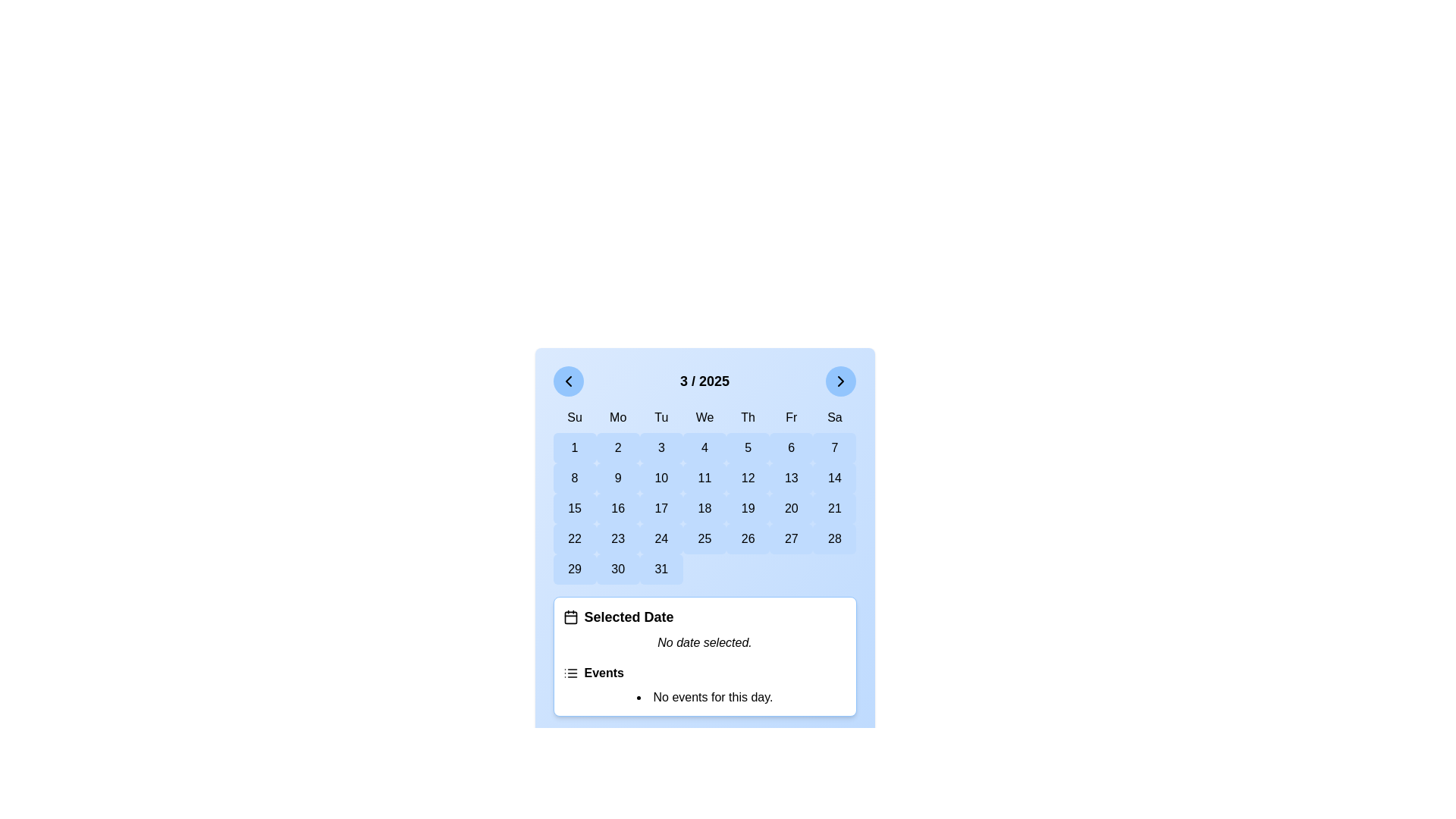 The width and height of the screenshot is (1456, 819). Describe the element at coordinates (748, 447) in the screenshot. I see `the blue rectangular button displaying the number '5' in black text, located in the fifth column of the second row of the calendar view` at that location.